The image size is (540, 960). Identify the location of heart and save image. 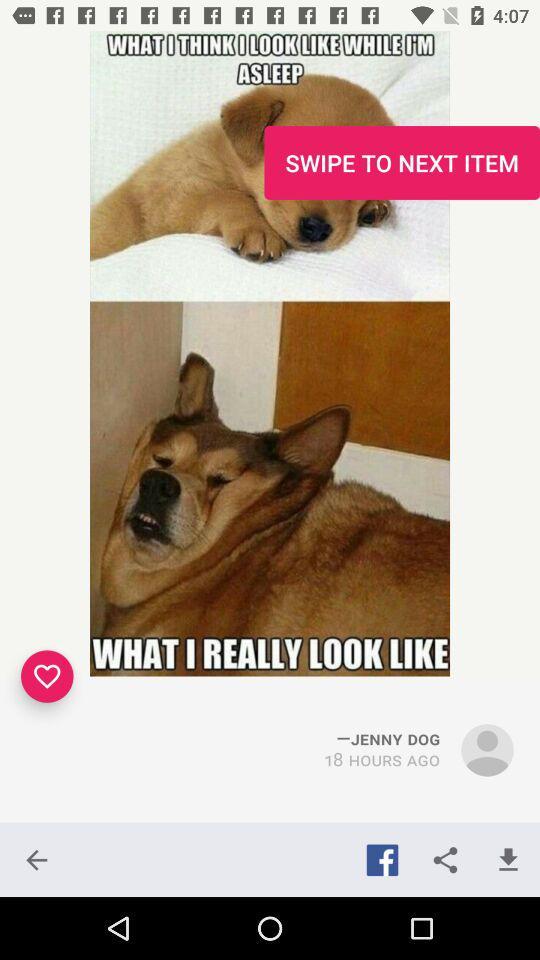
(47, 676).